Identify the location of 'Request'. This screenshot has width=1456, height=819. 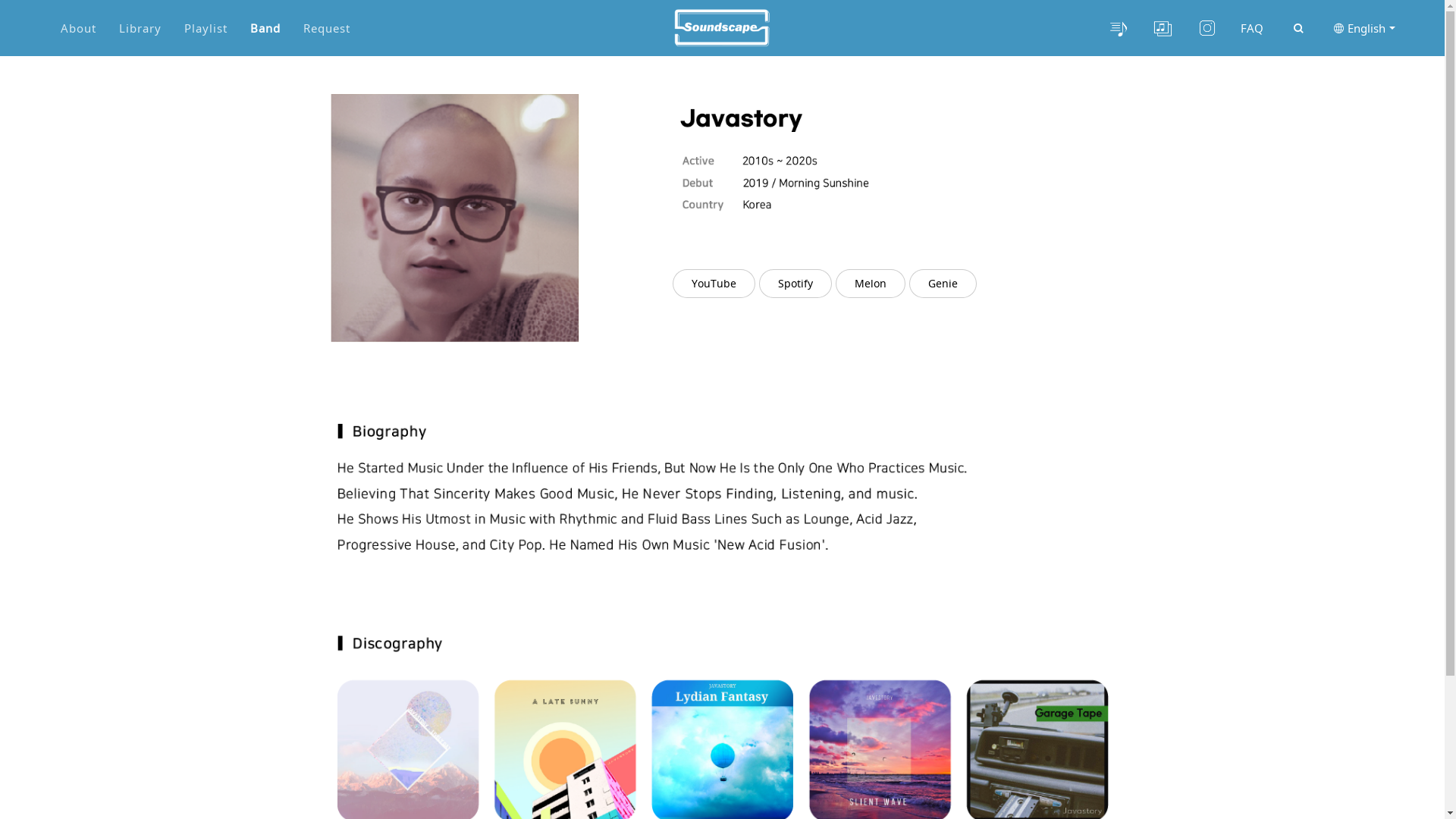
(326, 28).